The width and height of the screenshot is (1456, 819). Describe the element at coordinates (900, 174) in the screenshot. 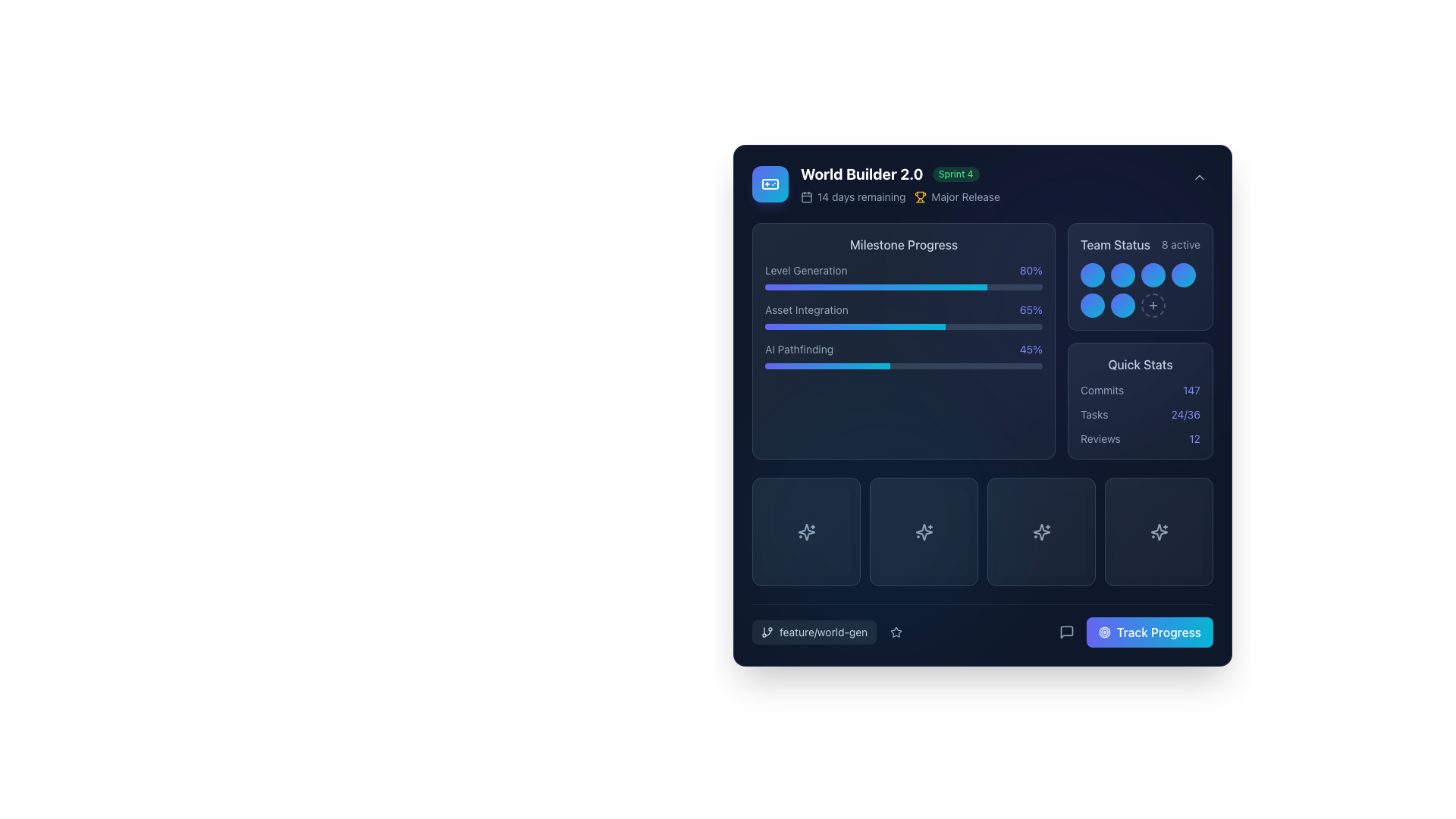

I see `text label displaying the project title 'World Builder 2.0' and current sprint cycle 'Sprint 4', located in the top-left region of the interface` at that location.